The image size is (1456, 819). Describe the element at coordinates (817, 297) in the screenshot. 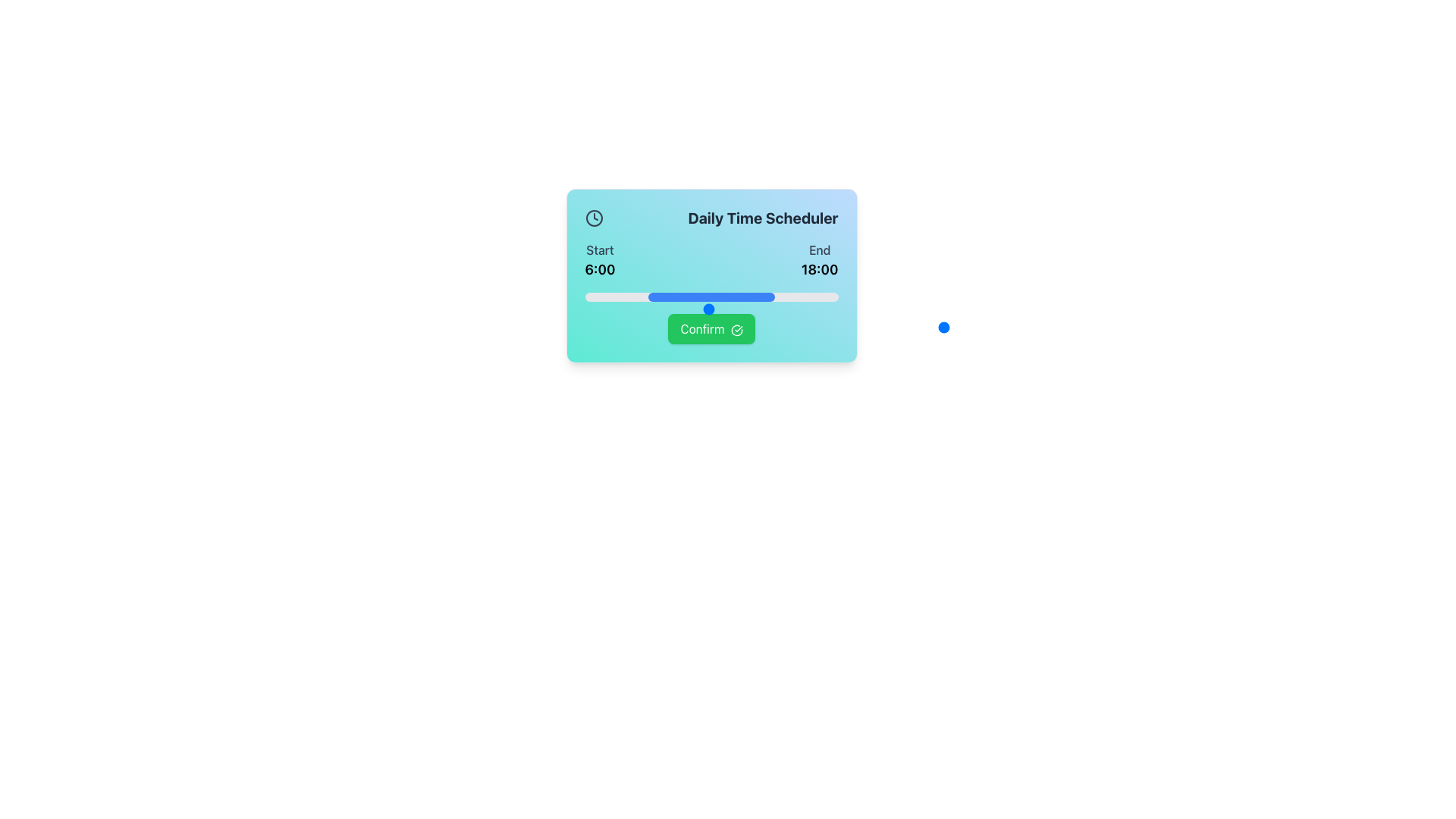

I see `the slider` at that location.